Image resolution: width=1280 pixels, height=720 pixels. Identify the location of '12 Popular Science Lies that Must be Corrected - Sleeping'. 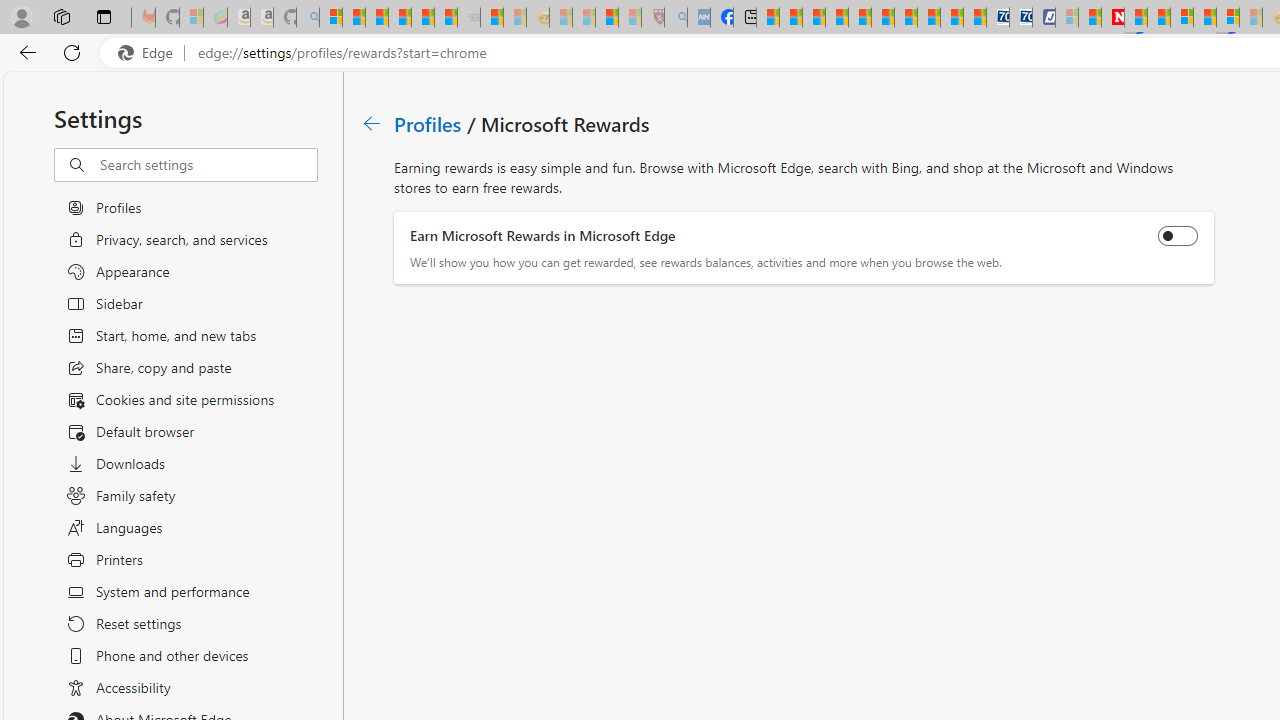
(629, 17).